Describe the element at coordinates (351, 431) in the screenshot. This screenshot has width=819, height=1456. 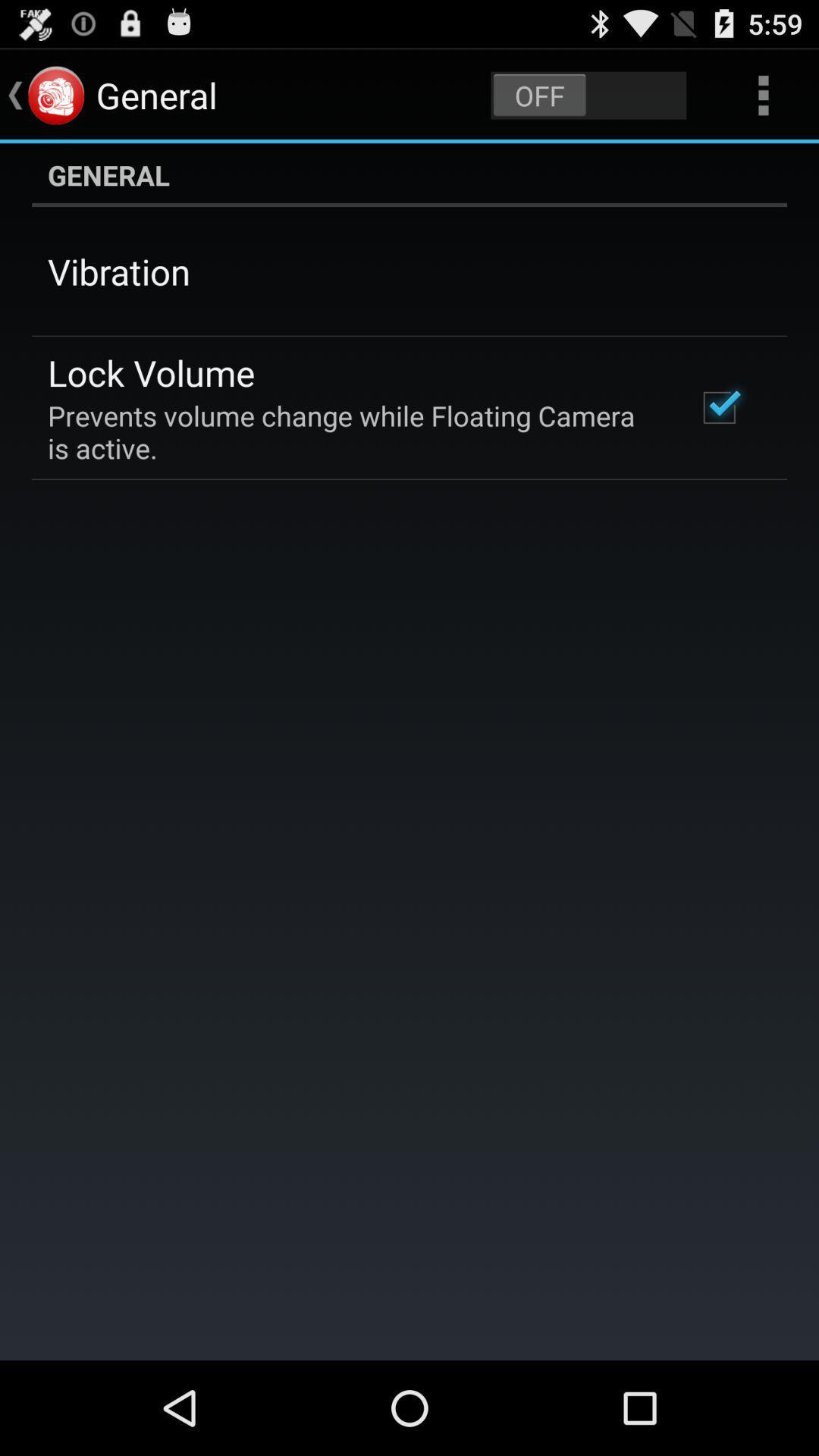
I see `prevents volume change` at that location.